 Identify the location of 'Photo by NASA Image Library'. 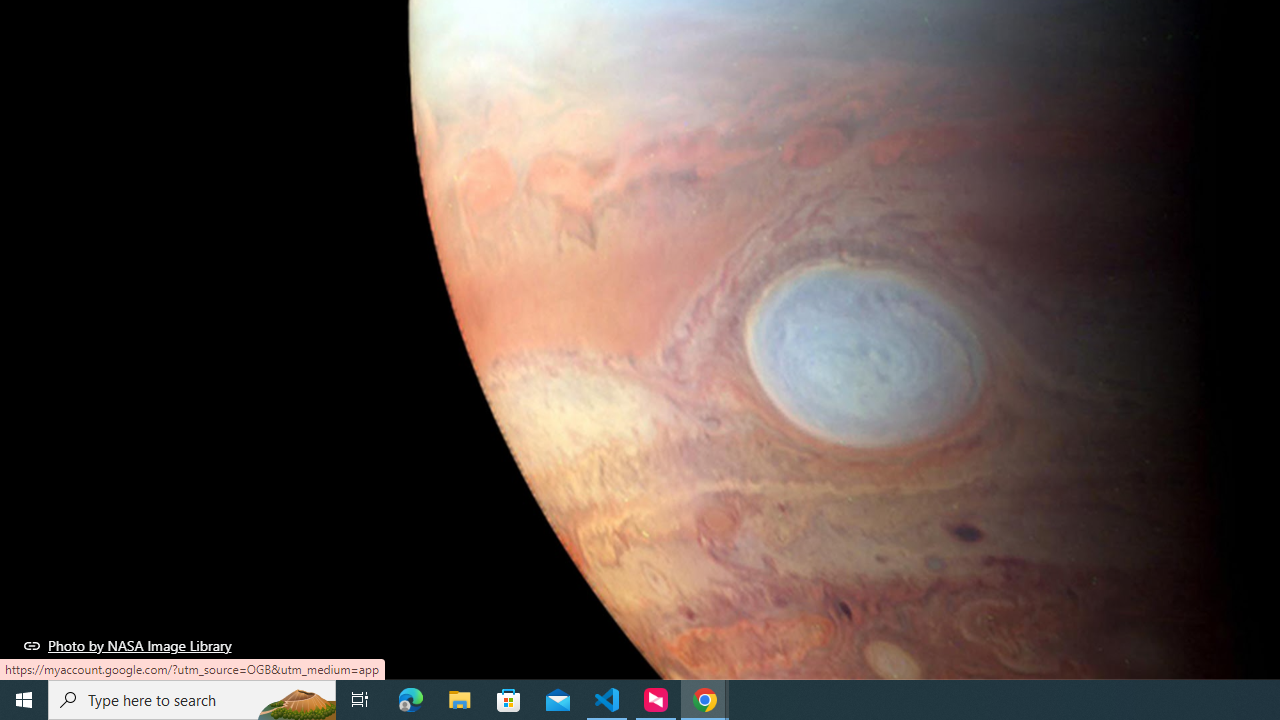
(127, 645).